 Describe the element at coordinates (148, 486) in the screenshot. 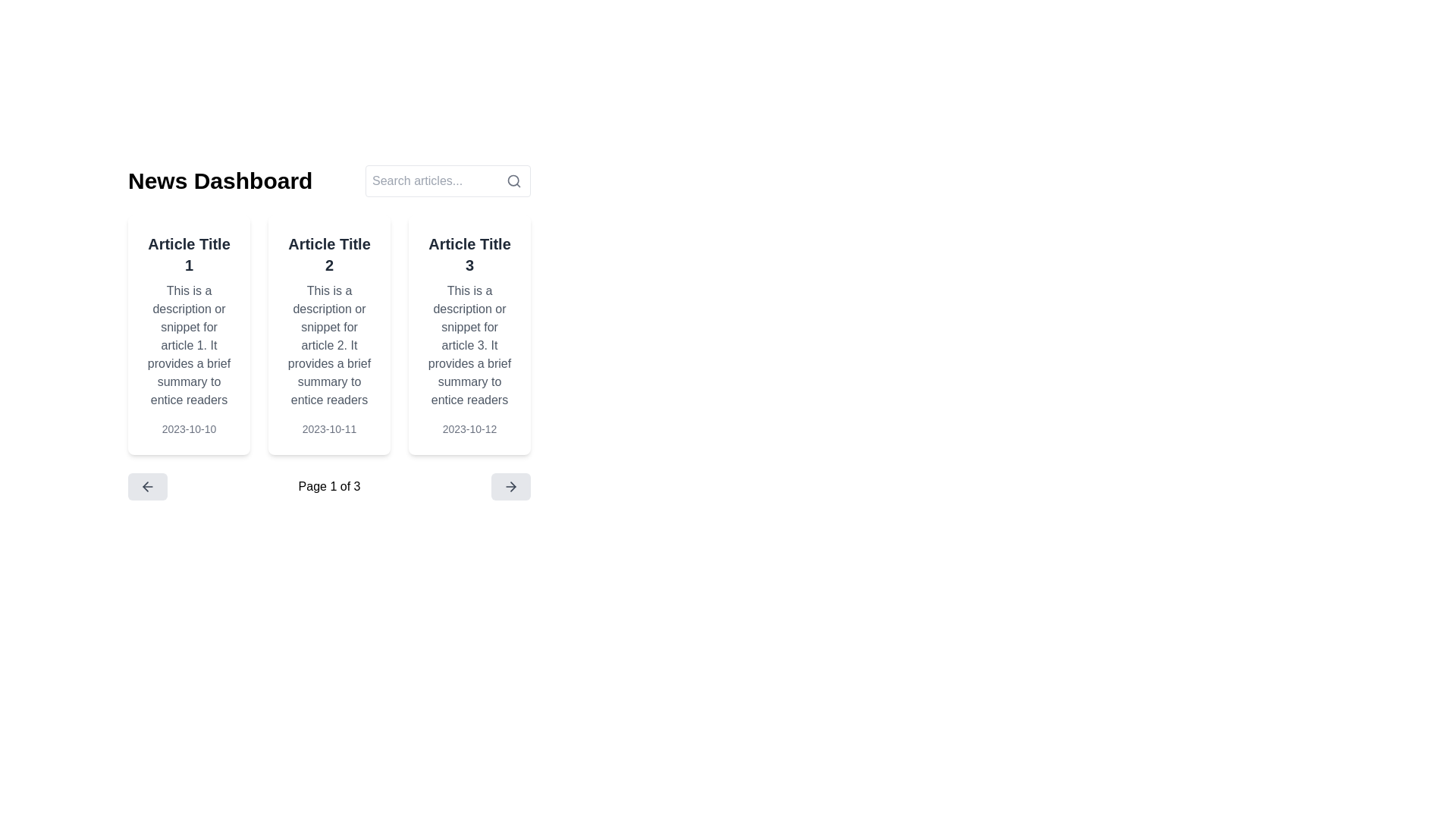

I see `the back navigation button icon located in the bottom left corner of the main interface` at that location.